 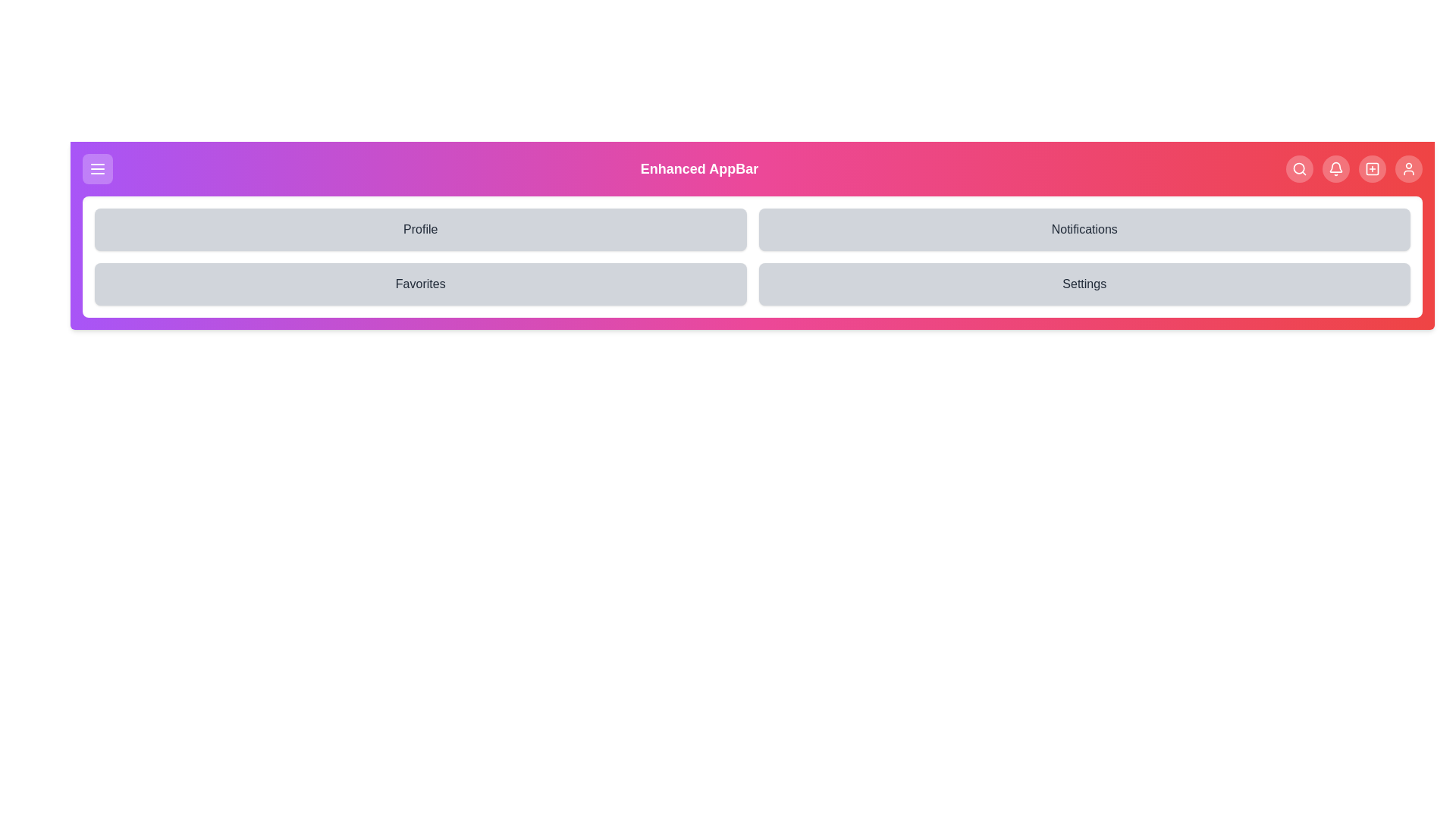 I want to click on the Notifications navigation button, so click(x=1335, y=169).